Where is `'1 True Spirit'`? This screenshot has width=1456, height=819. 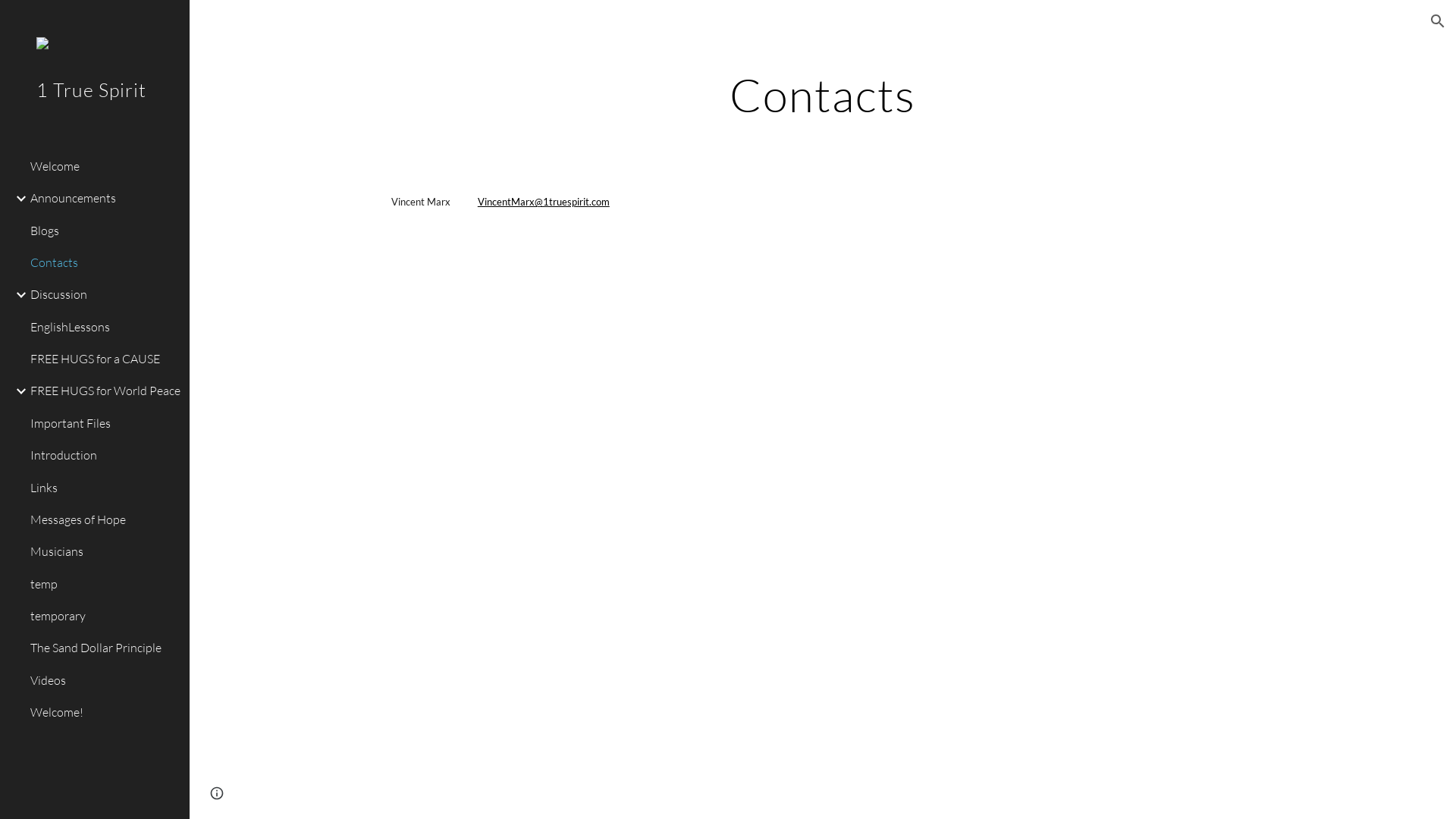 '1 True Spirit' is located at coordinates (93, 109).